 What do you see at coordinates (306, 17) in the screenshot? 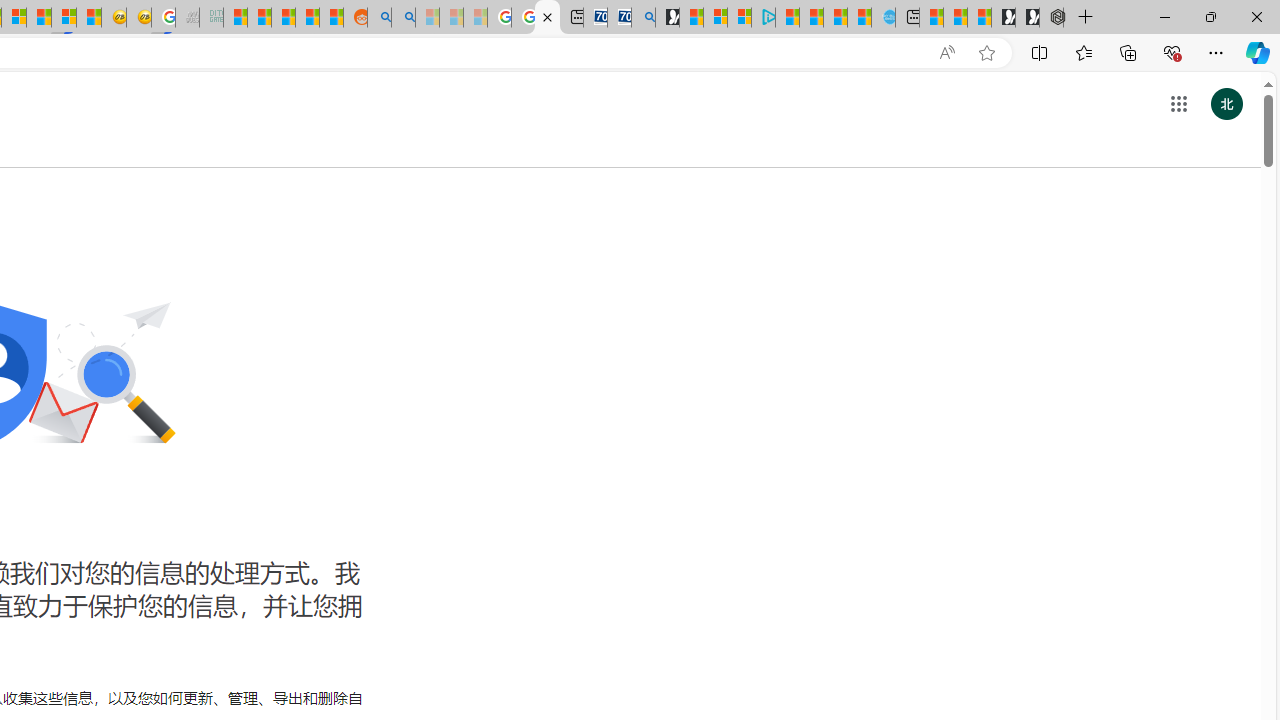
I see `'Student Loan Update: Forgiveness Program Ends This Month'` at bounding box center [306, 17].